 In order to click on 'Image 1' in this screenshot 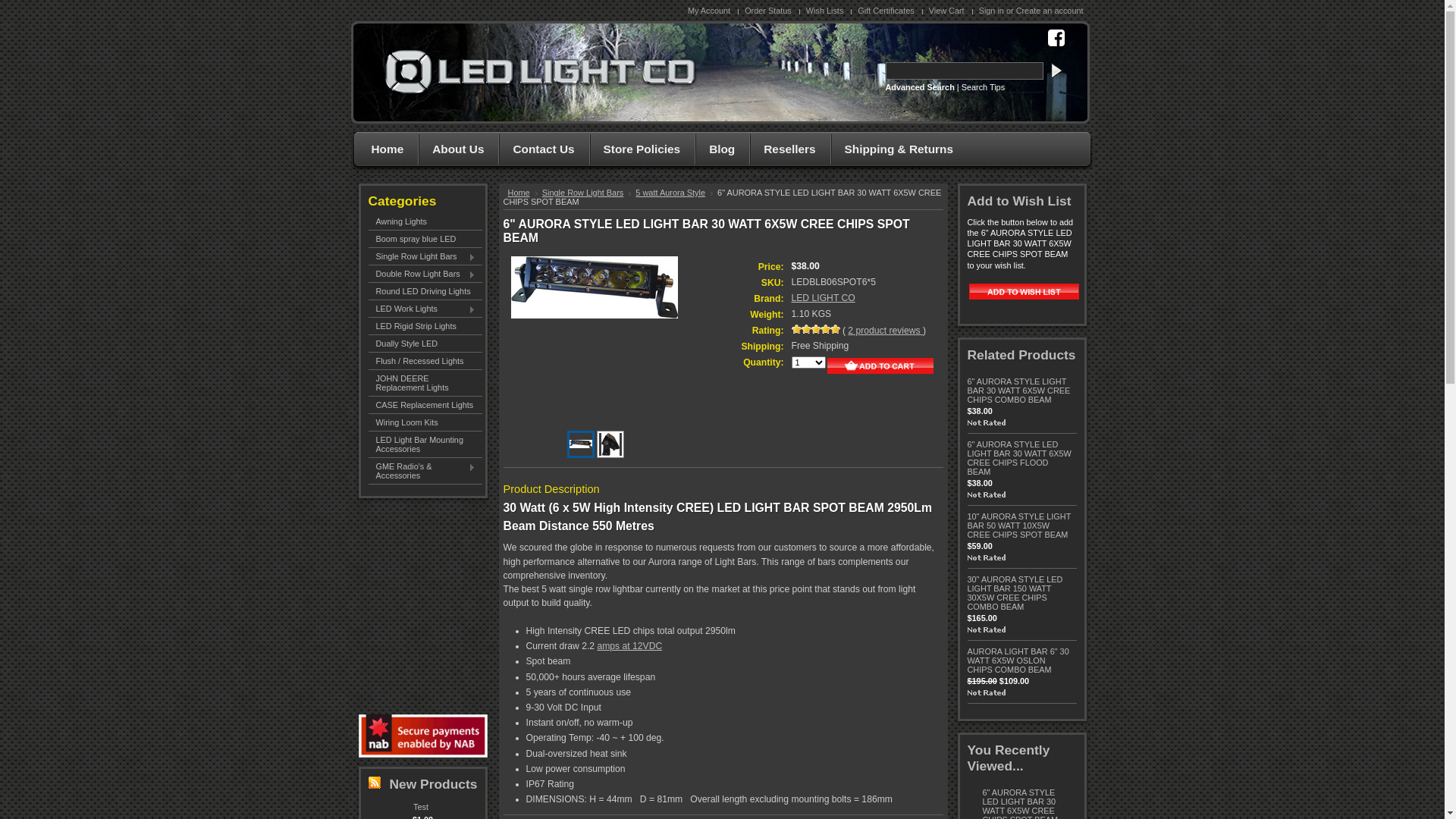, I will do `click(579, 441)`.